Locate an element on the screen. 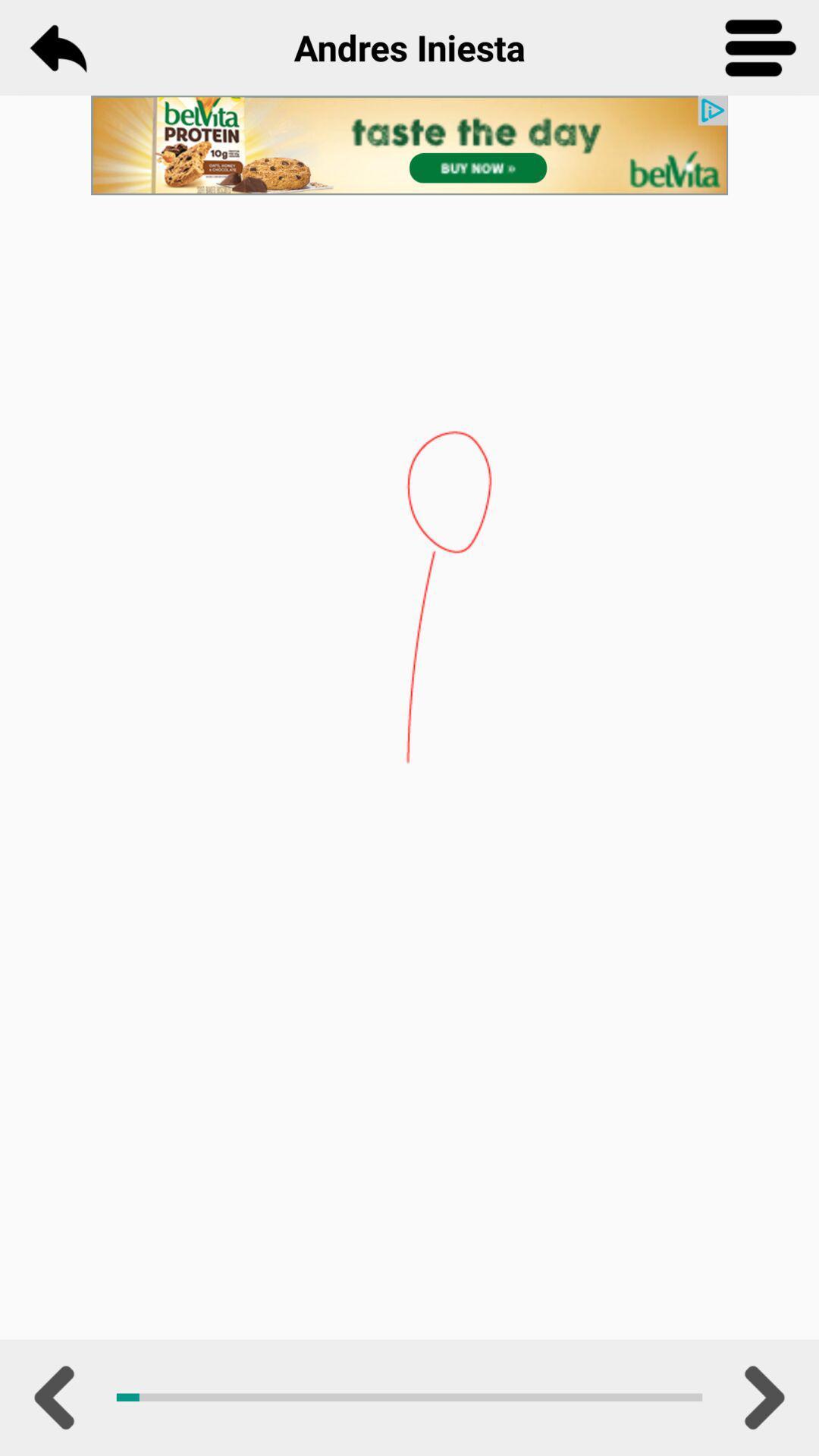 The height and width of the screenshot is (1456, 819). the arrow_backward icon is located at coordinates (57, 1397).